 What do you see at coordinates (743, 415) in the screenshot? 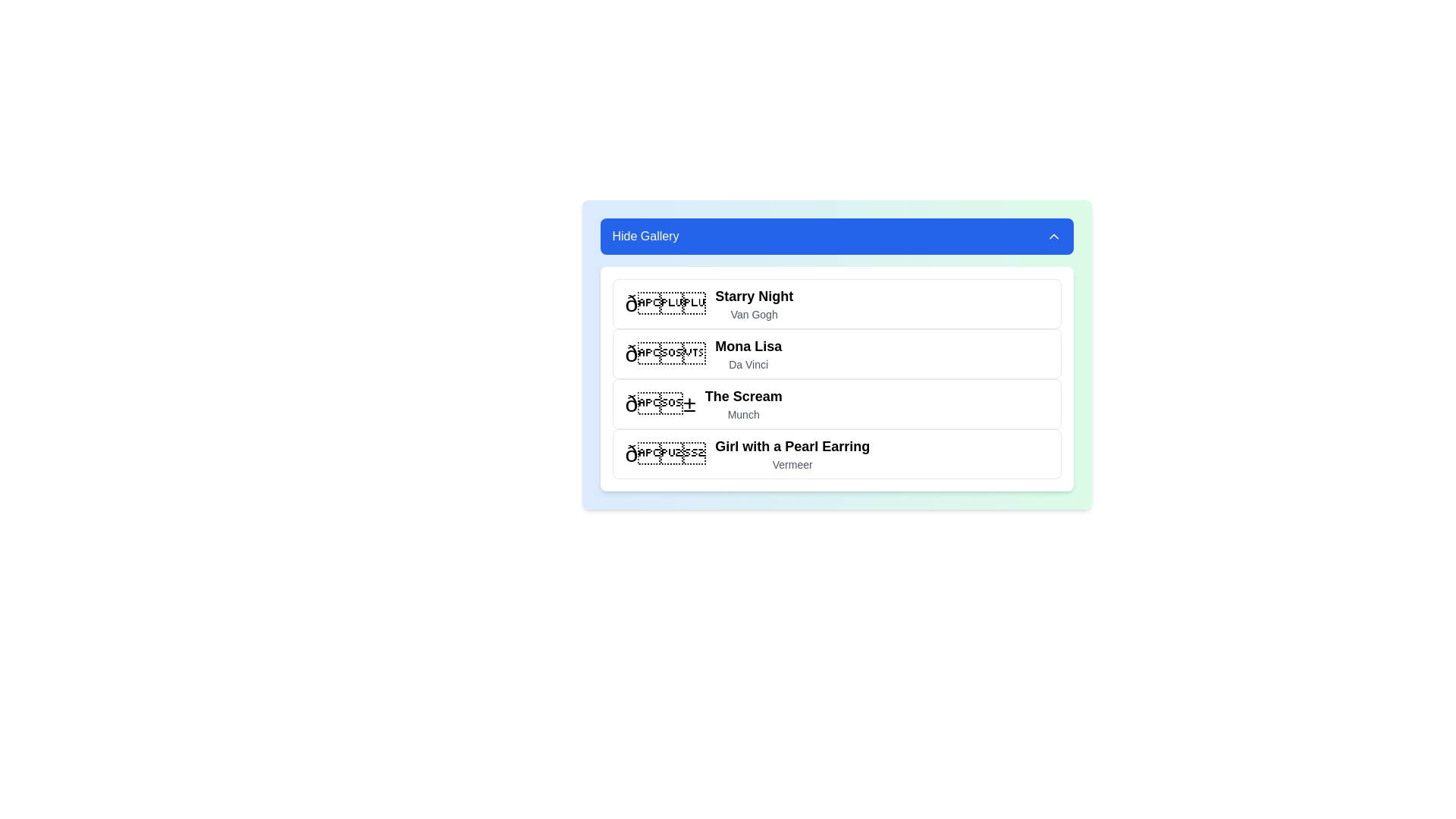
I see `the static text label indicating the creator of the painting titled 'The Scream', which is positioned below the title and aligned with it` at bounding box center [743, 415].